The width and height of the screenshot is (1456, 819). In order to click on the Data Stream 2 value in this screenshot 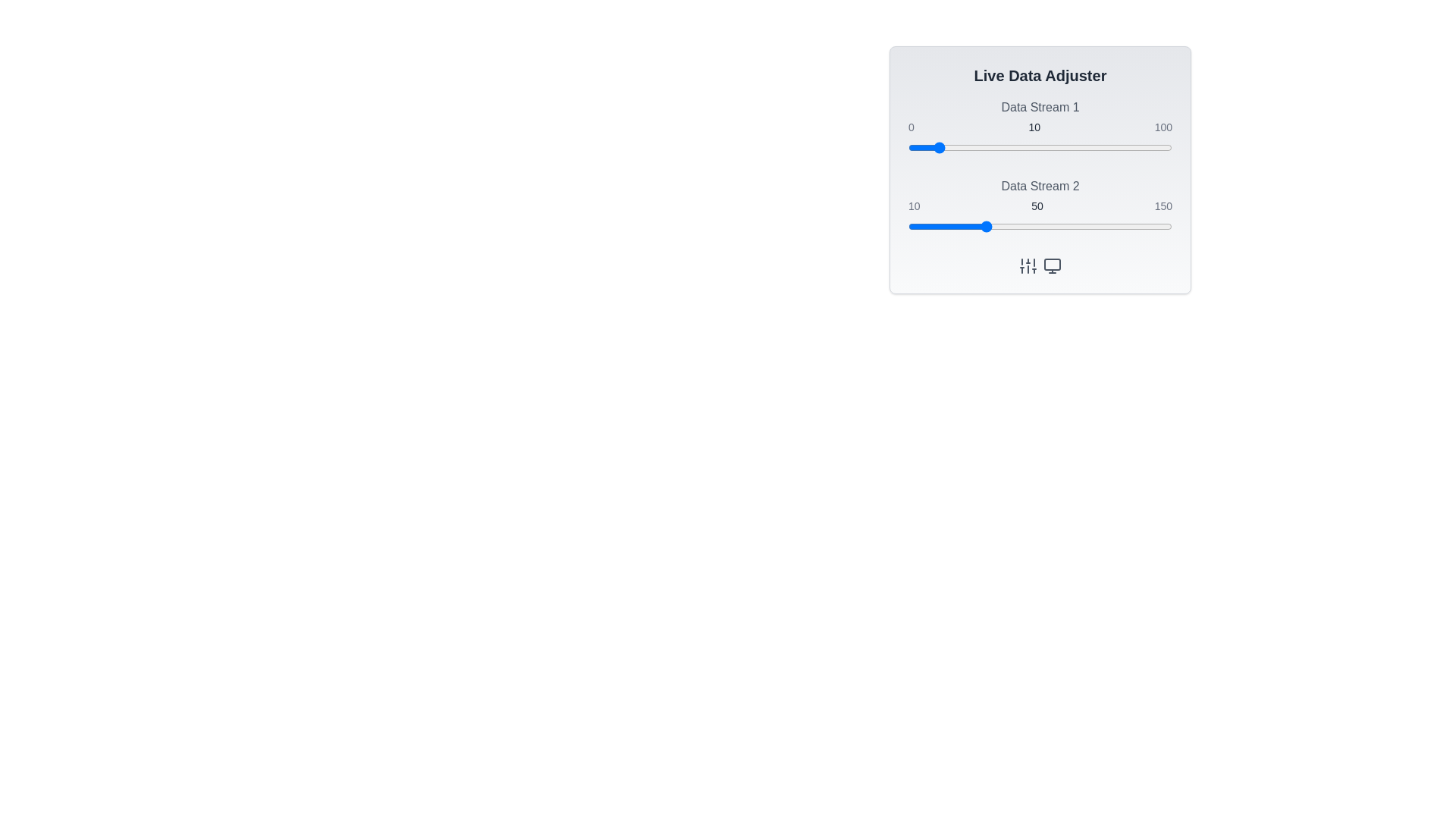, I will do `click(926, 227)`.